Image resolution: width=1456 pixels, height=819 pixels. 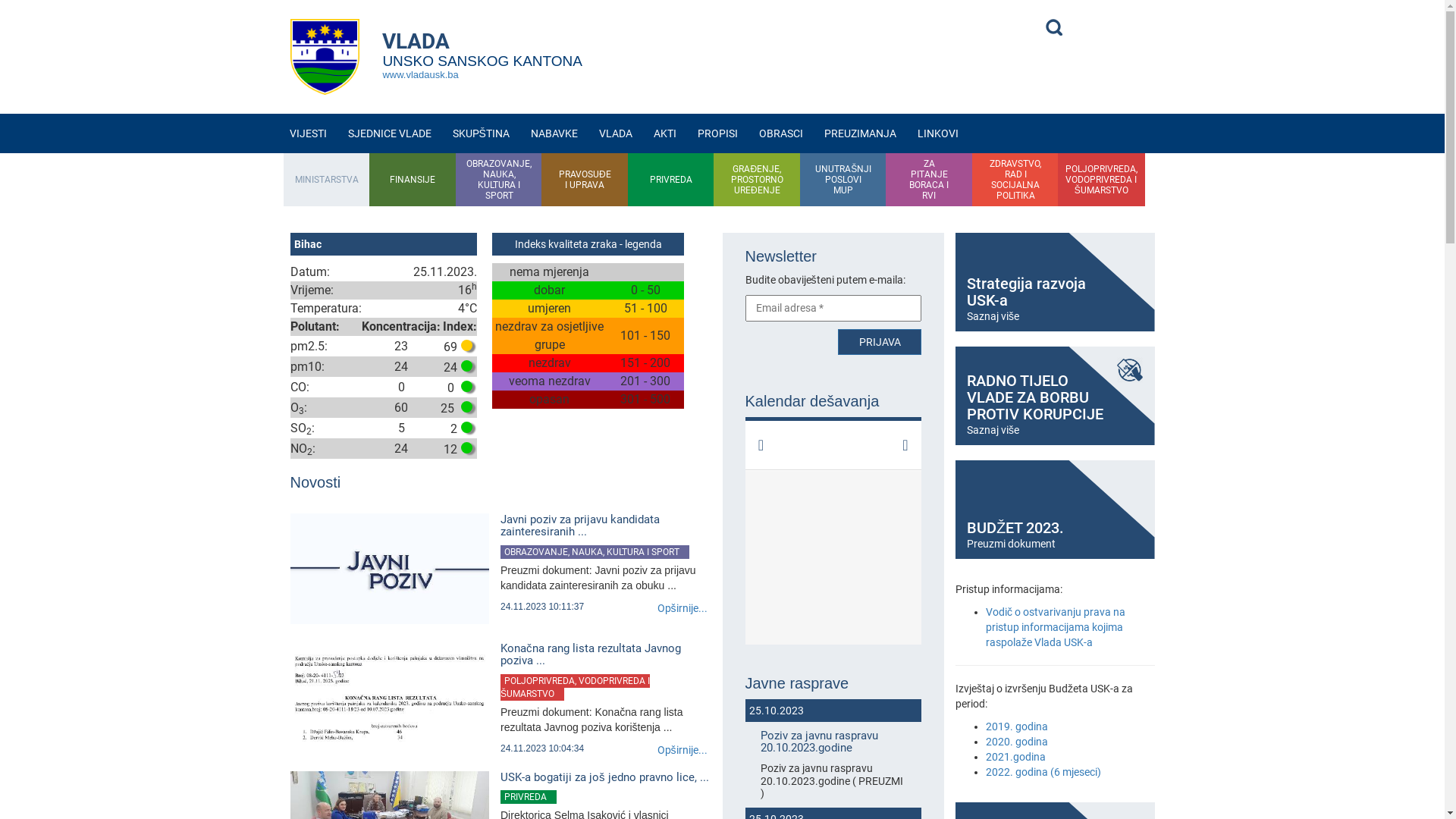 I want to click on 'PRIJAVA', so click(x=836, y=342).